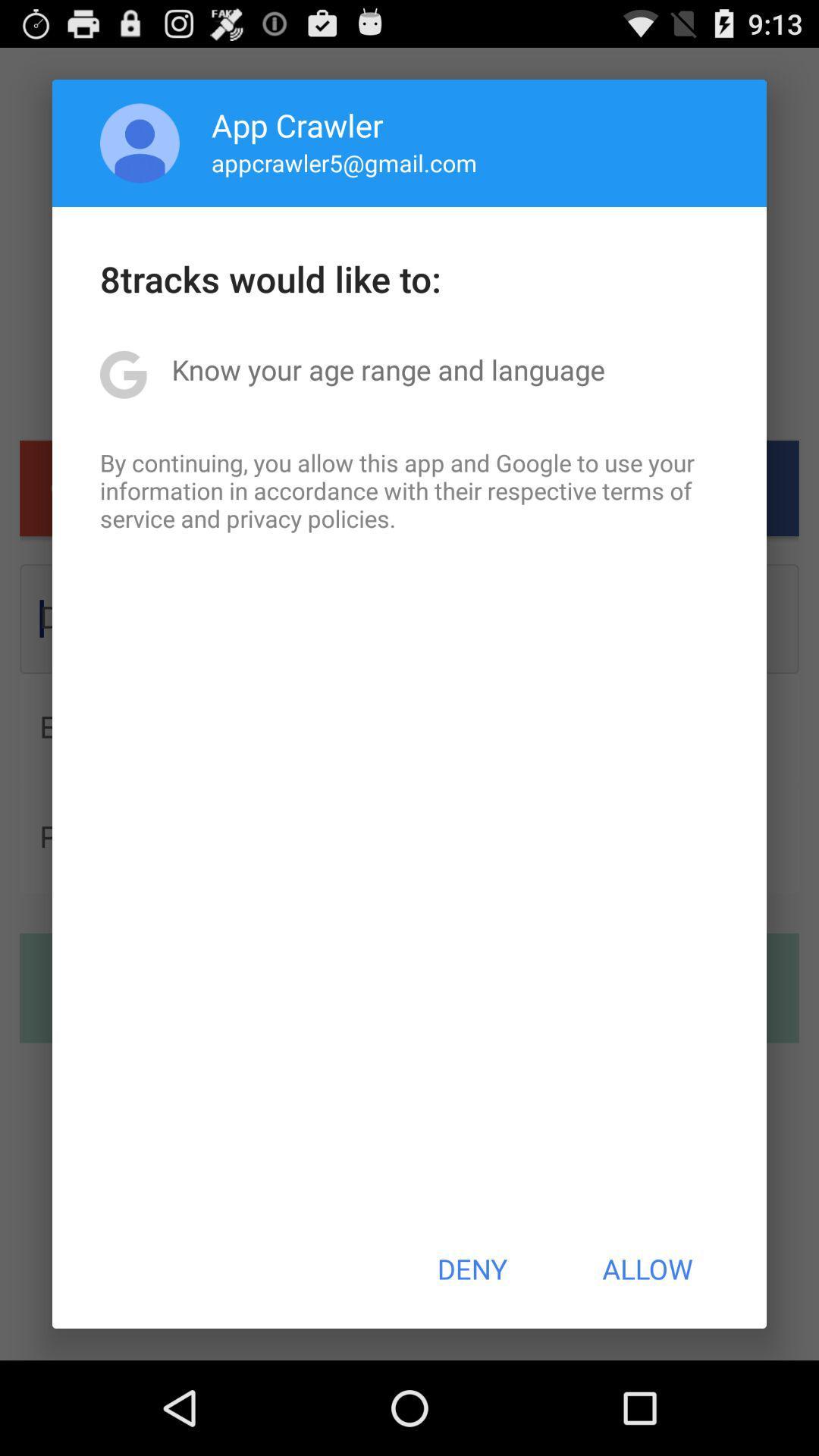  I want to click on the button next to allow icon, so click(471, 1269).